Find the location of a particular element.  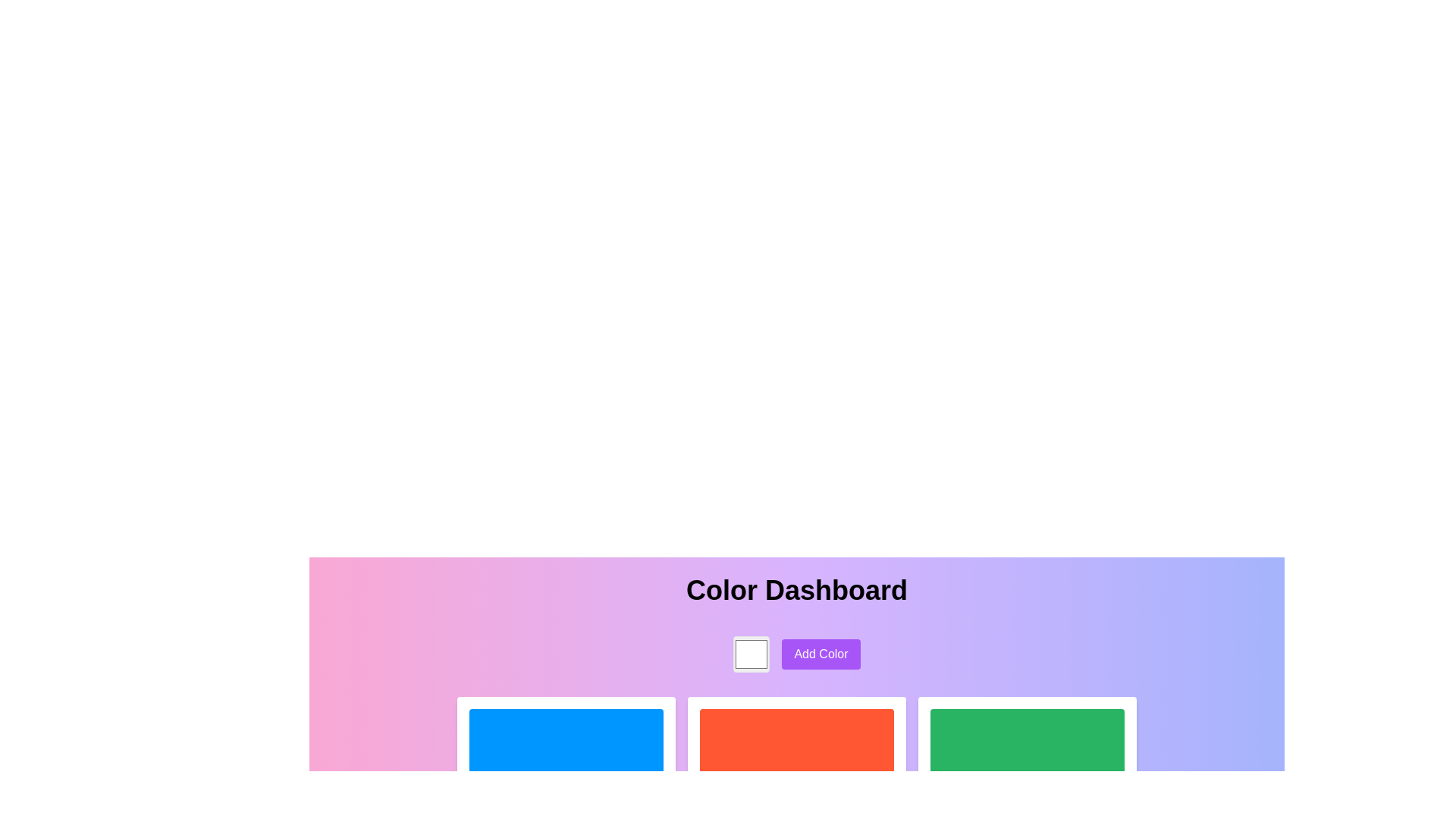

the button located to the right of the square color picker, which adds a new colored item or panel to the interface is located at coordinates (796, 654).